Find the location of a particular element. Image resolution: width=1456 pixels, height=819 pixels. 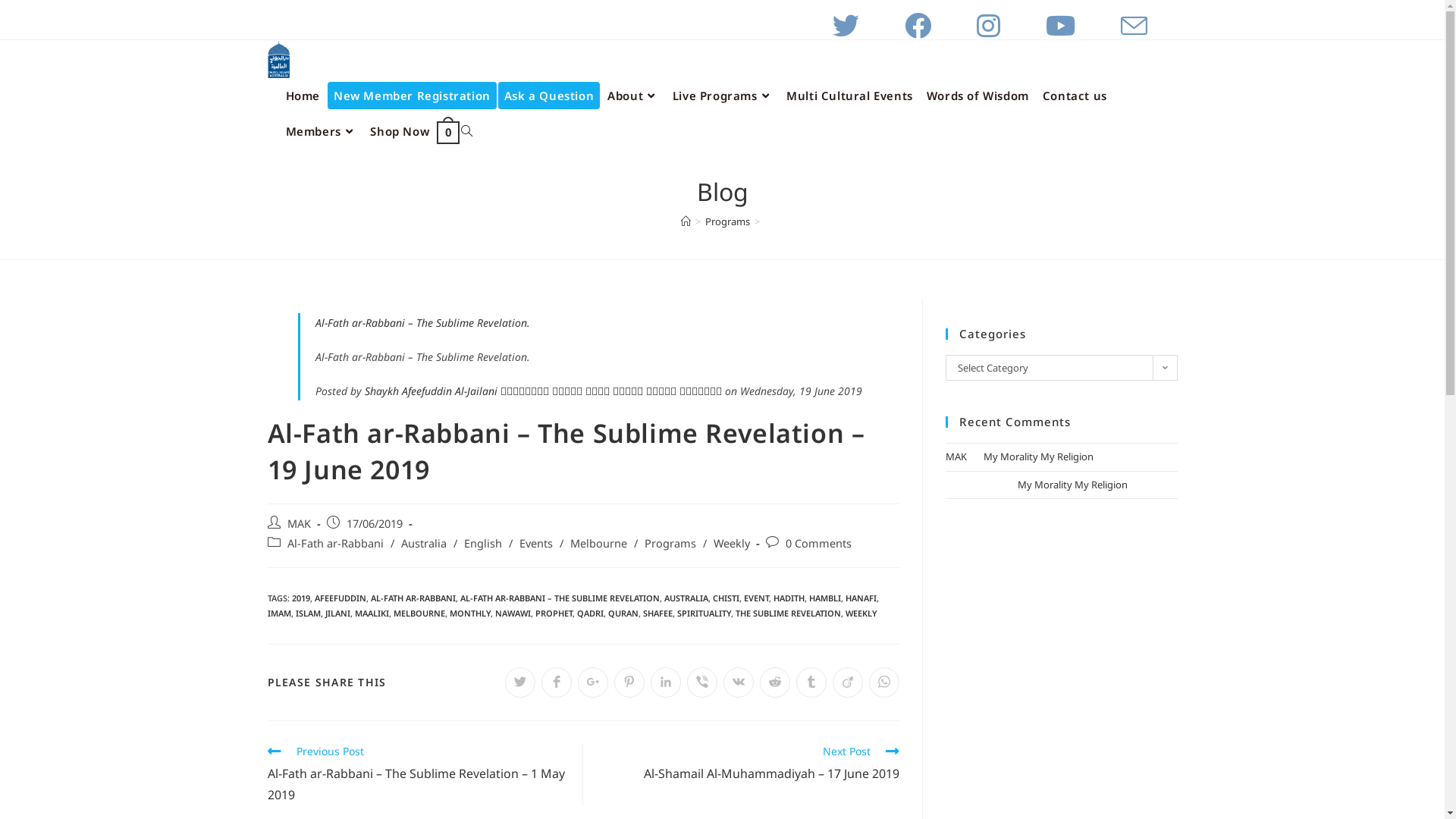

'HAMBLI' is located at coordinates (823, 597).